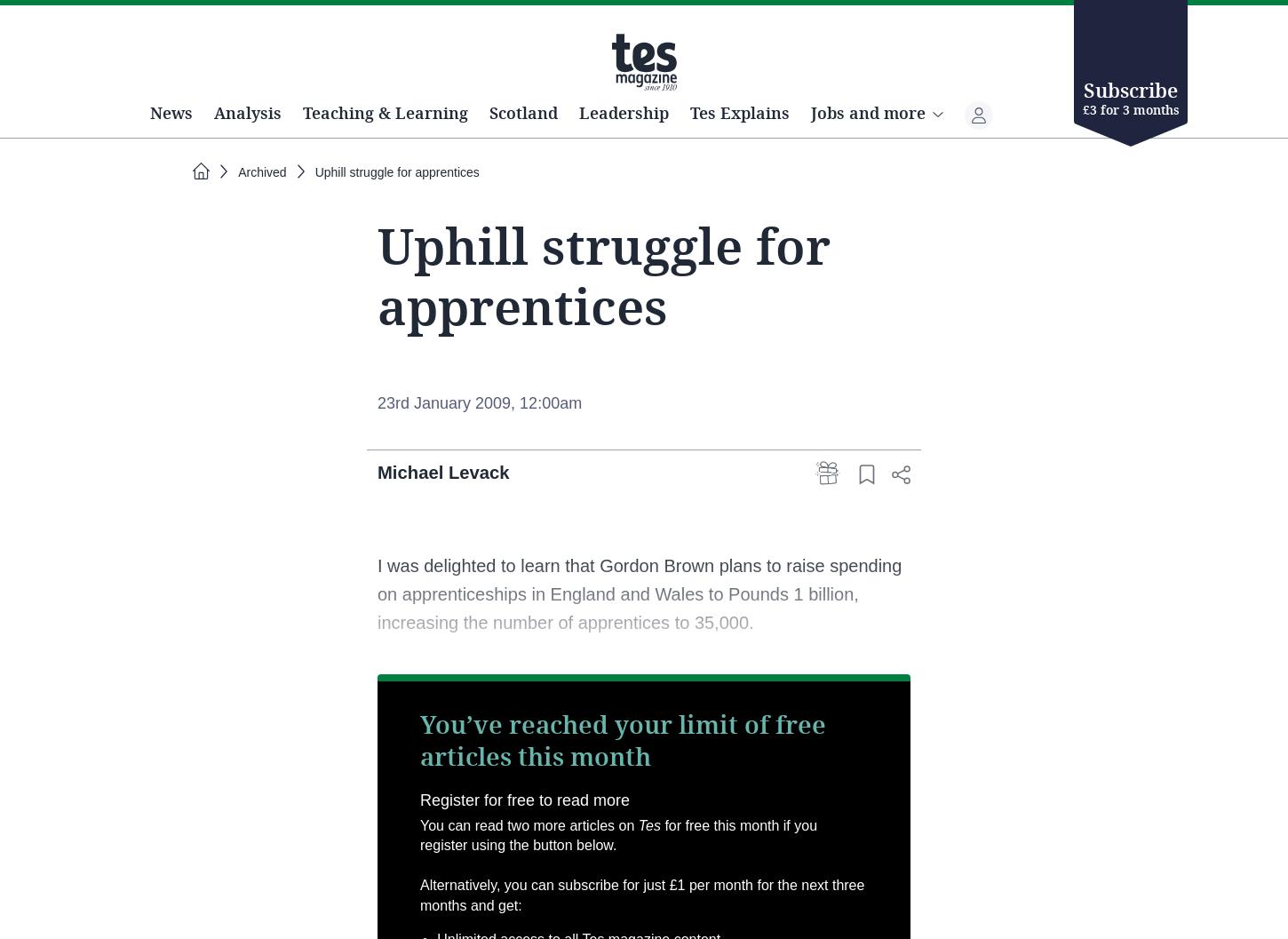 This screenshot has height=939, width=1288. What do you see at coordinates (650, 887) in the screenshot?
I see `'Tes'` at bounding box center [650, 887].